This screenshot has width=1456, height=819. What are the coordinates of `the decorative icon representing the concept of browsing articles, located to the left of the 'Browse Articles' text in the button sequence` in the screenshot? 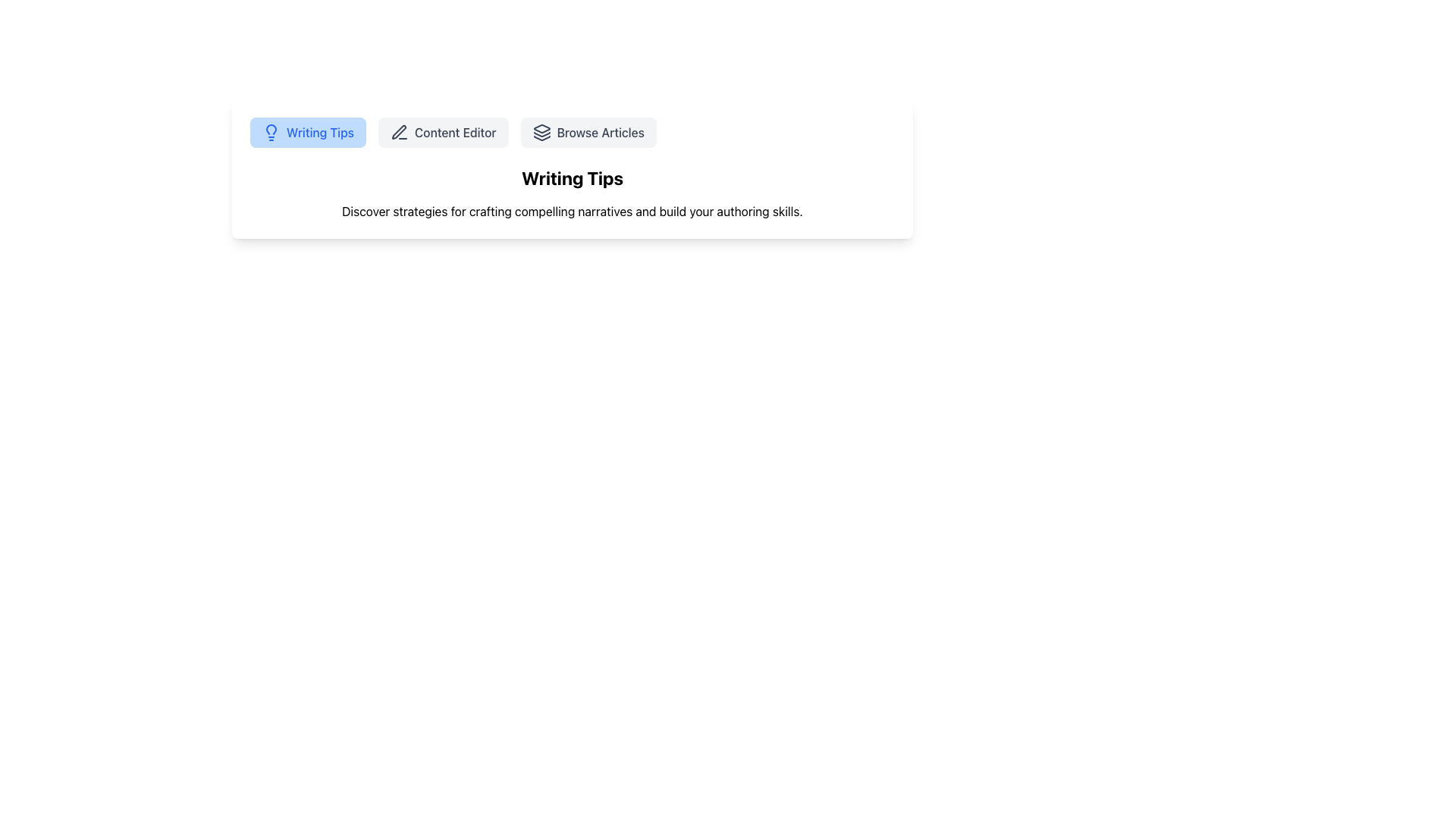 It's located at (541, 131).